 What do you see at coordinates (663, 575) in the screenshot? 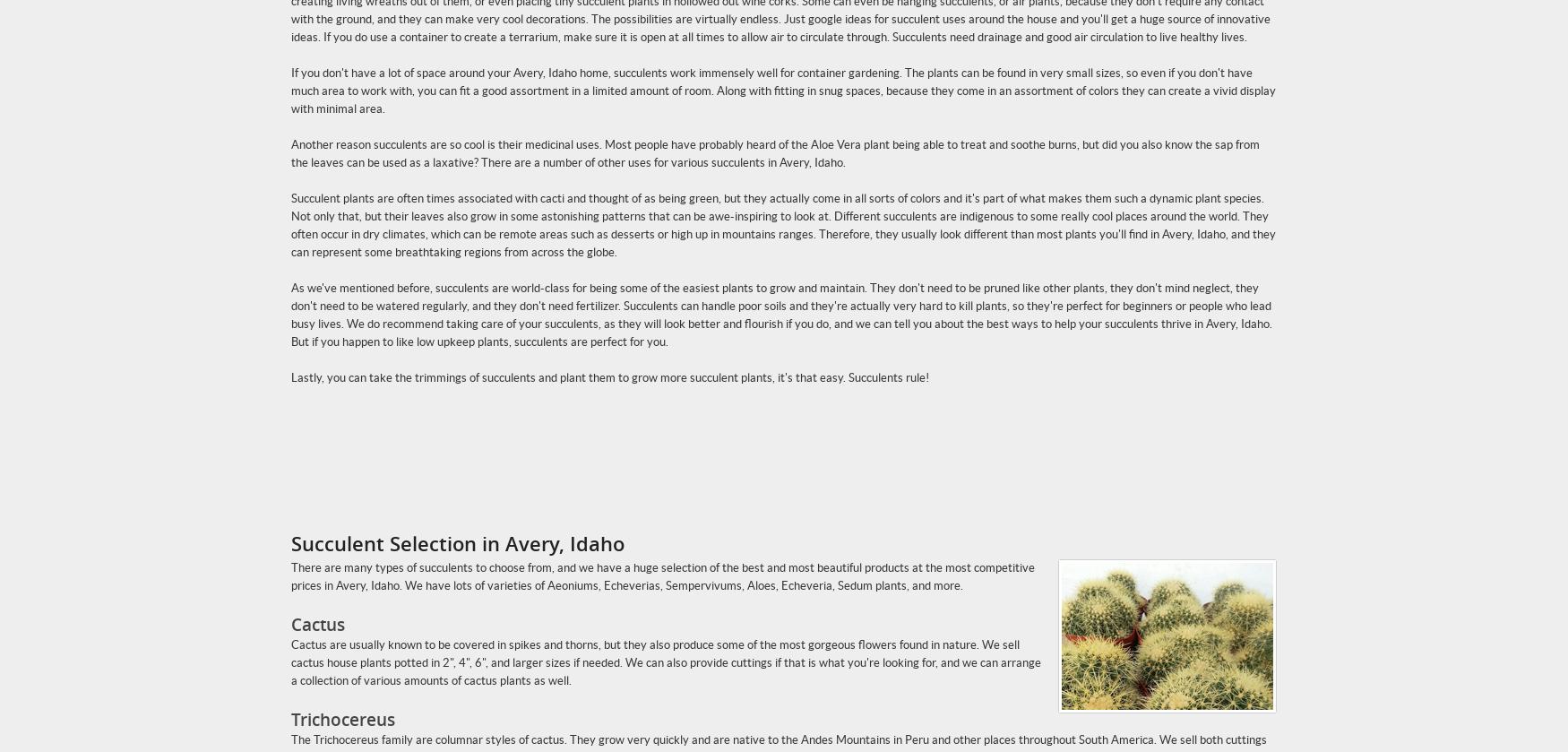
I see `'There are many types of succulents to choose from, and we have a huge selection of the best and most beautiful products at the most competitive prices in Avery, Idaho. We have lots of varieties of Aeoniums, Echeverias, Sempervivums, Aloes, Echeveria, Sedum plants, and more.'` at bounding box center [663, 575].